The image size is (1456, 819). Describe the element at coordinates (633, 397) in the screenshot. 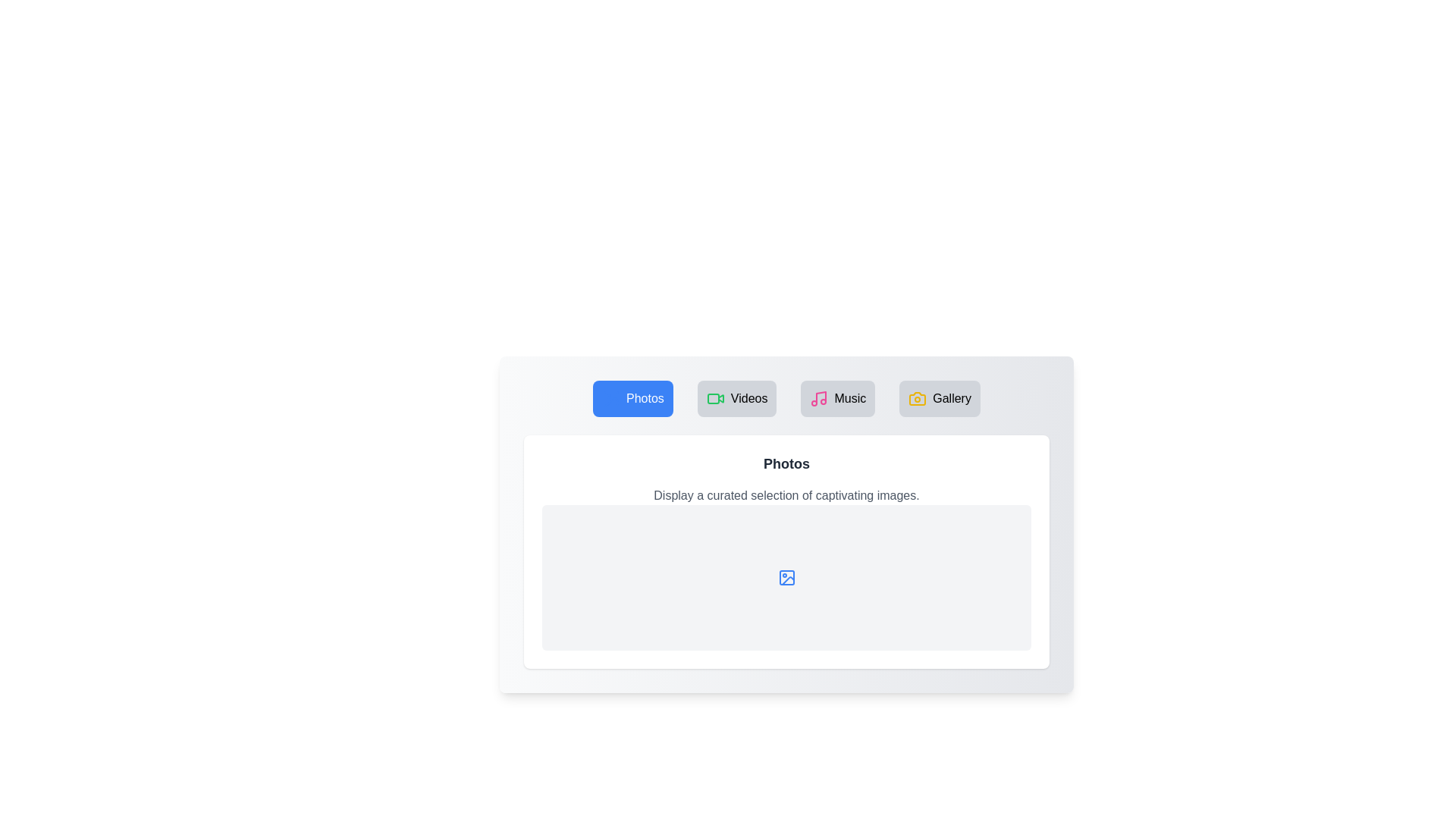

I see `the tab labeled Photos to view its content` at that location.